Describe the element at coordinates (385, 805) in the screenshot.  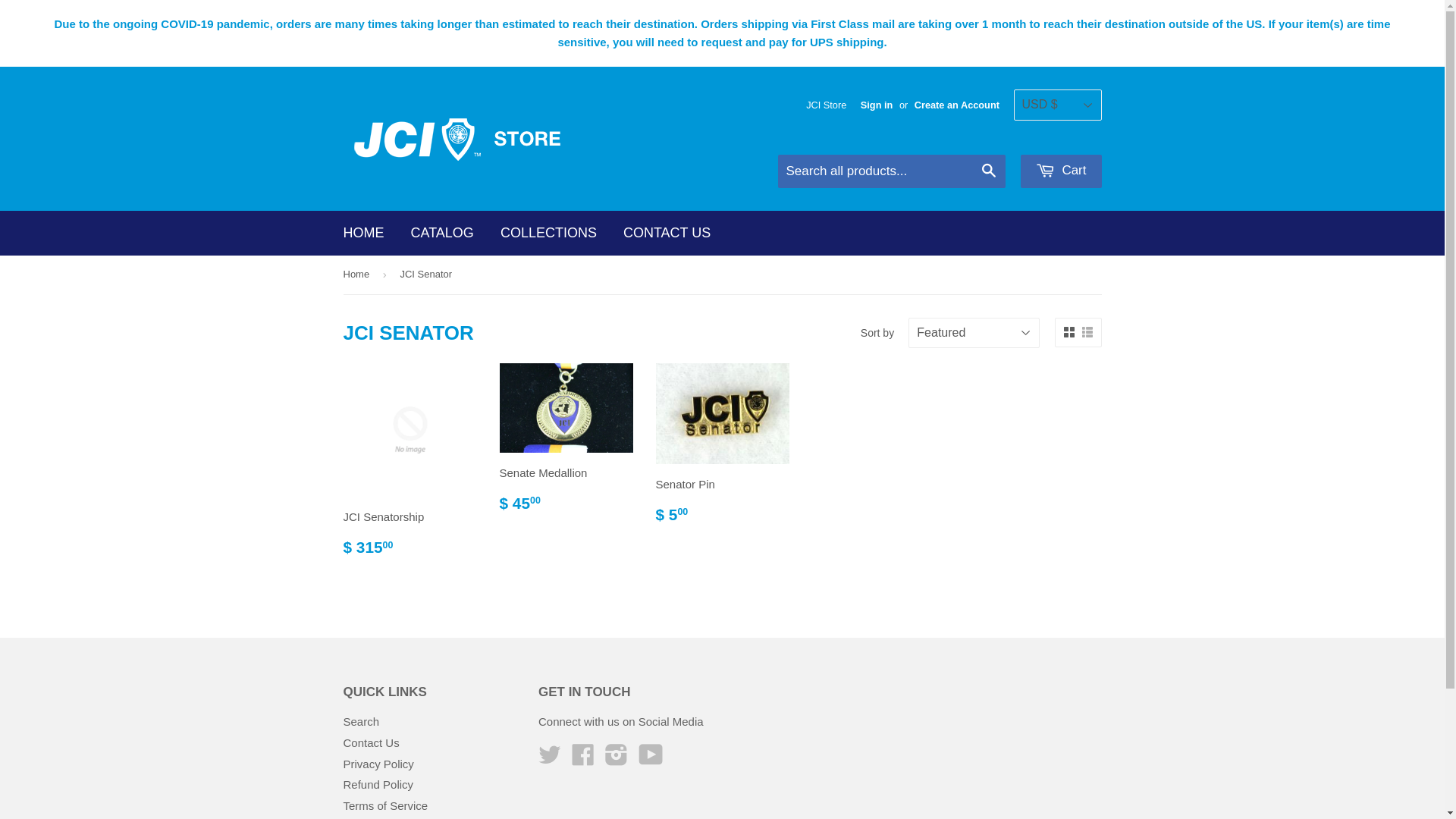
I see `'Terms of Service'` at that location.